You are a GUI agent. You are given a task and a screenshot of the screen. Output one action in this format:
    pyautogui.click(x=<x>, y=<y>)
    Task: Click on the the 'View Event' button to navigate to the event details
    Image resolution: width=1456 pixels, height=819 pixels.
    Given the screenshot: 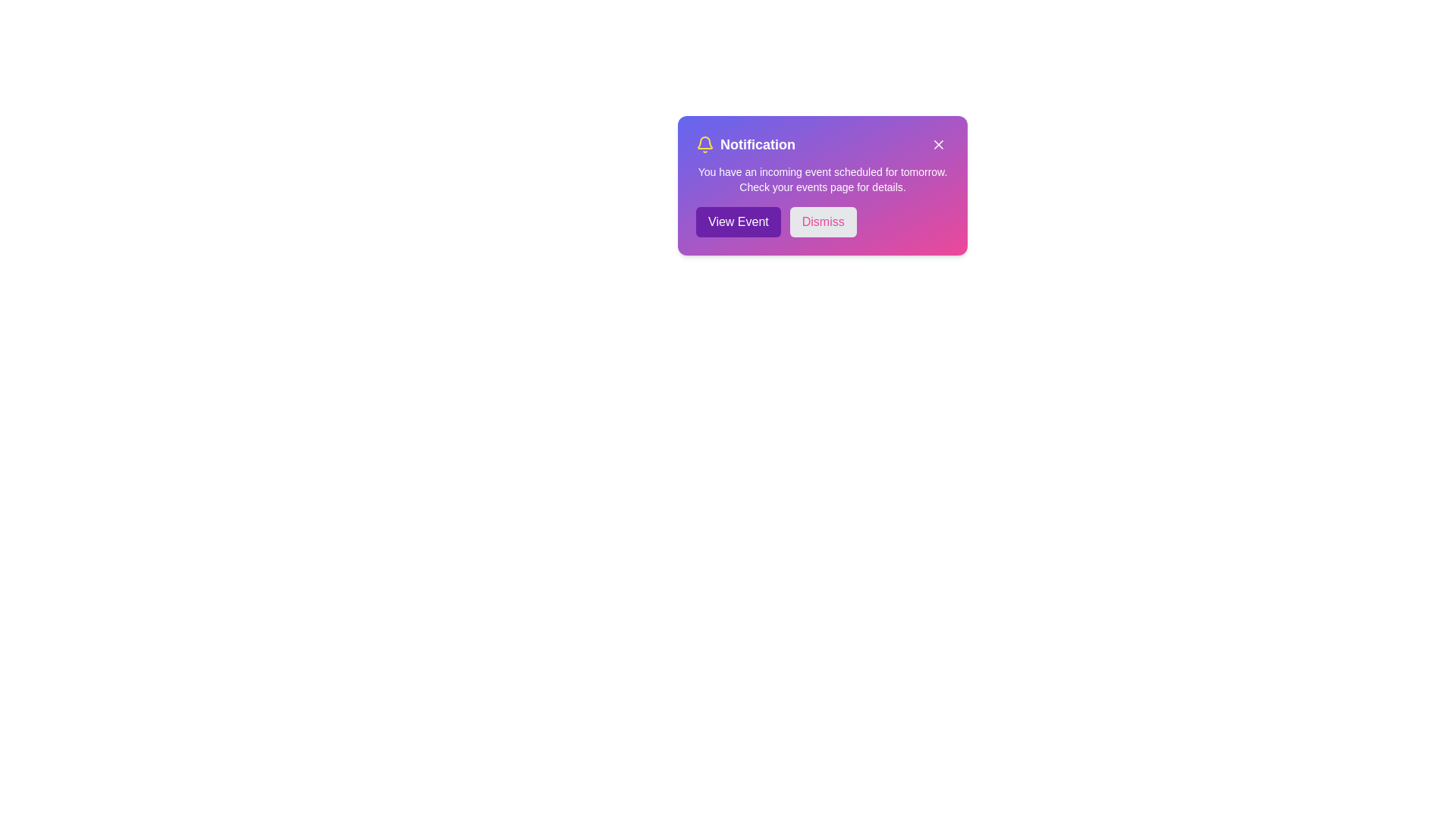 What is the action you would take?
    pyautogui.click(x=738, y=222)
    